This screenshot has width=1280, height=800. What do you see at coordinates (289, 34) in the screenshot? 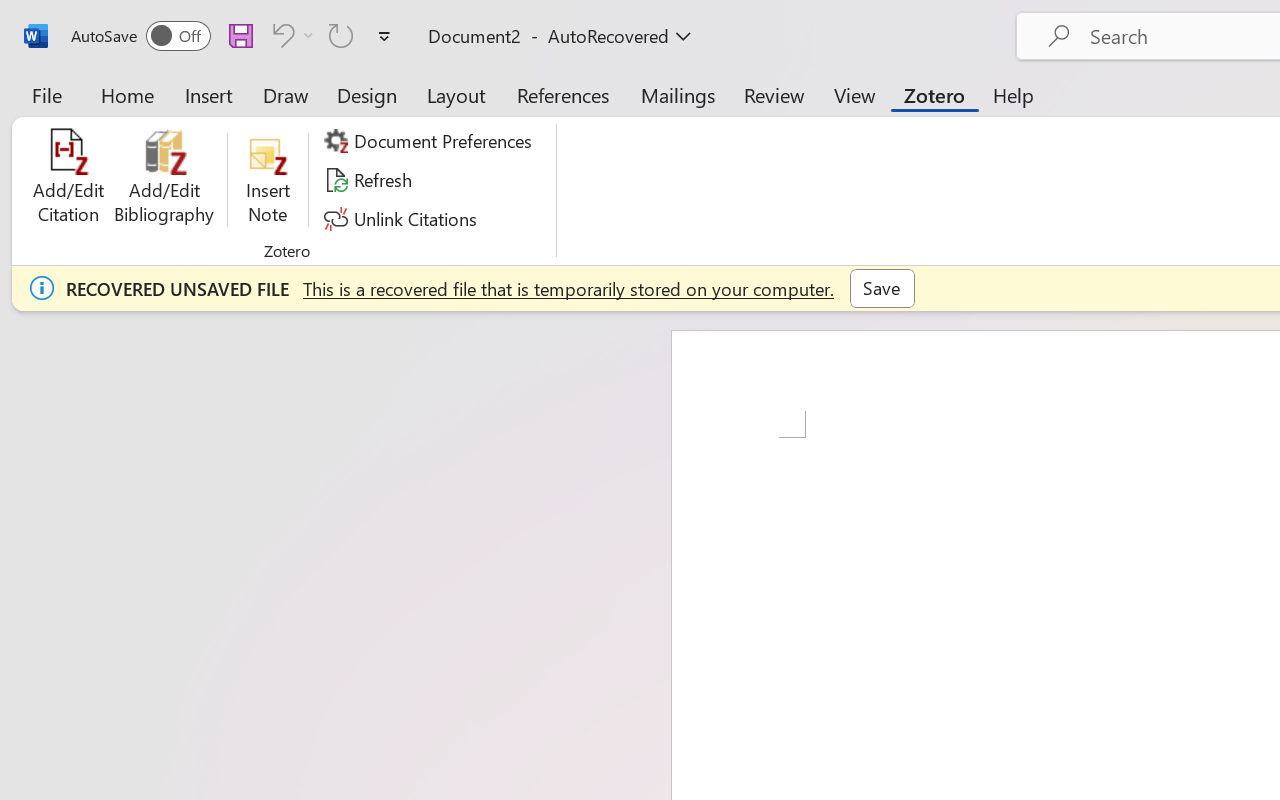
I see `'Can'` at bounding box center [289, 34].